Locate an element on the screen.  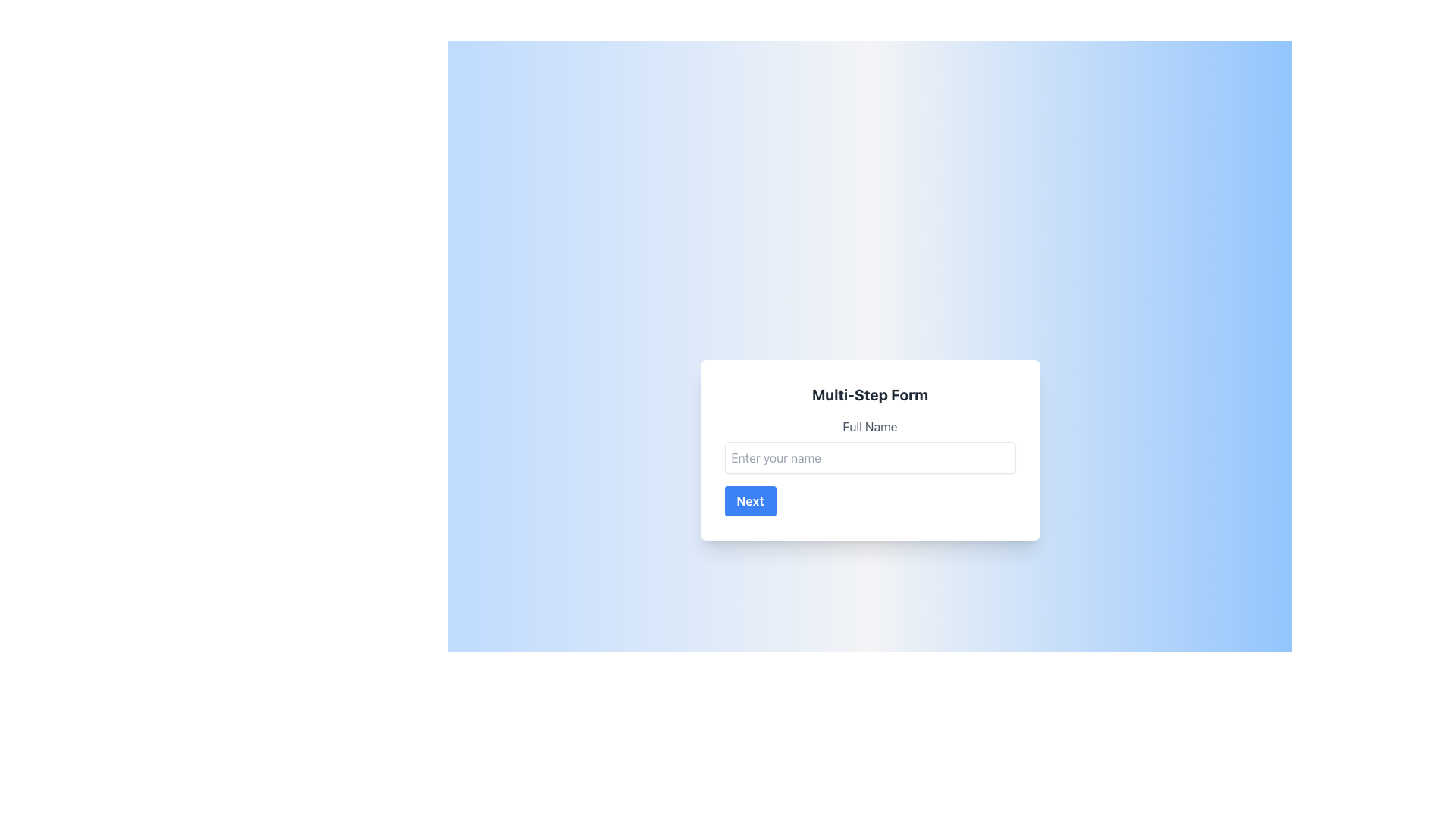
the text label that serves as a descriptive label for the input field for entering a full name, located centrally within a form card is located at coordinates (870, 427).